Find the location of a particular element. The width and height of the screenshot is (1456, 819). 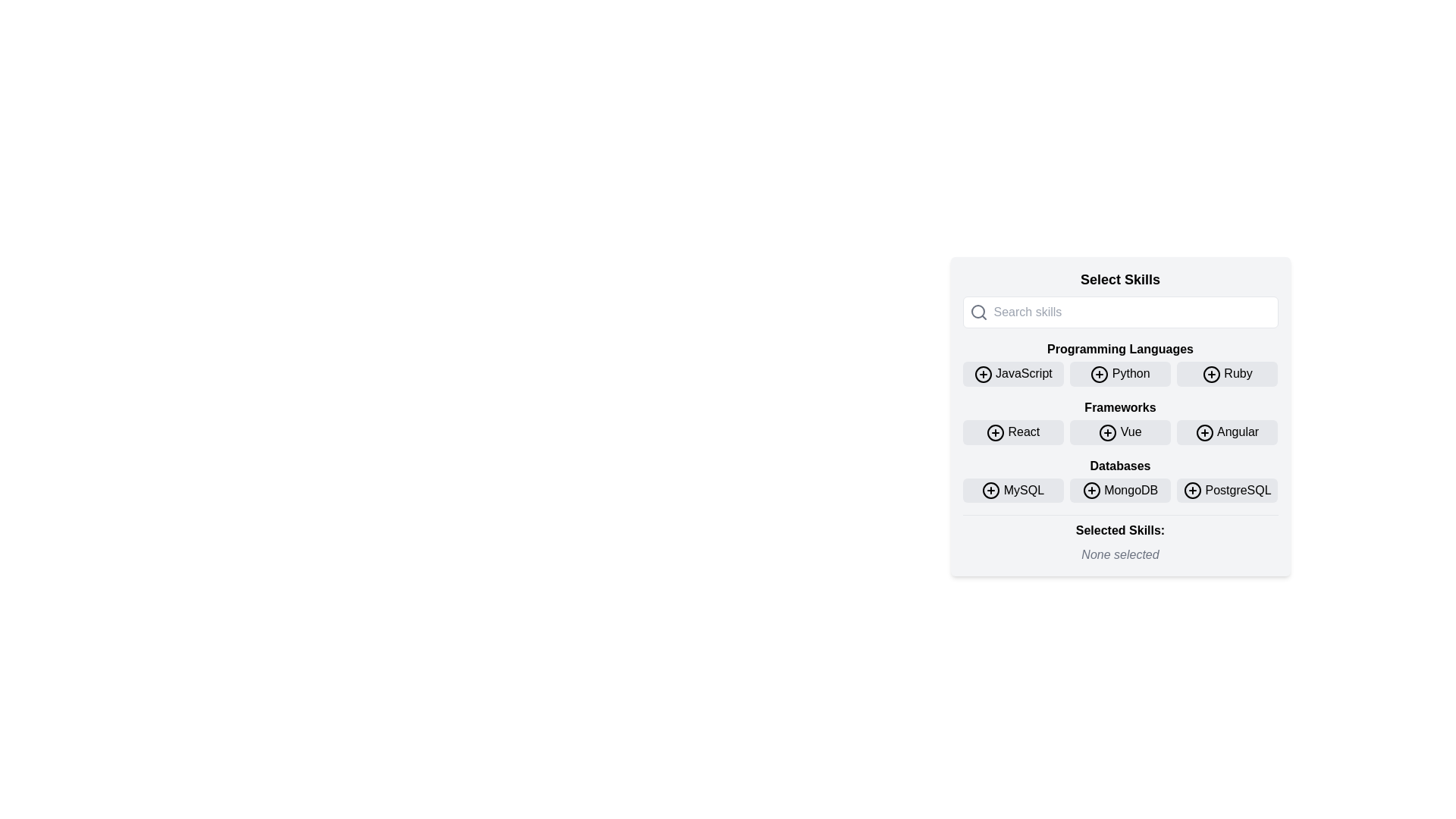

the 'MongoDB' button located in the skill selection section under the 'Databases' heading is located at coordinates (1120, 490).